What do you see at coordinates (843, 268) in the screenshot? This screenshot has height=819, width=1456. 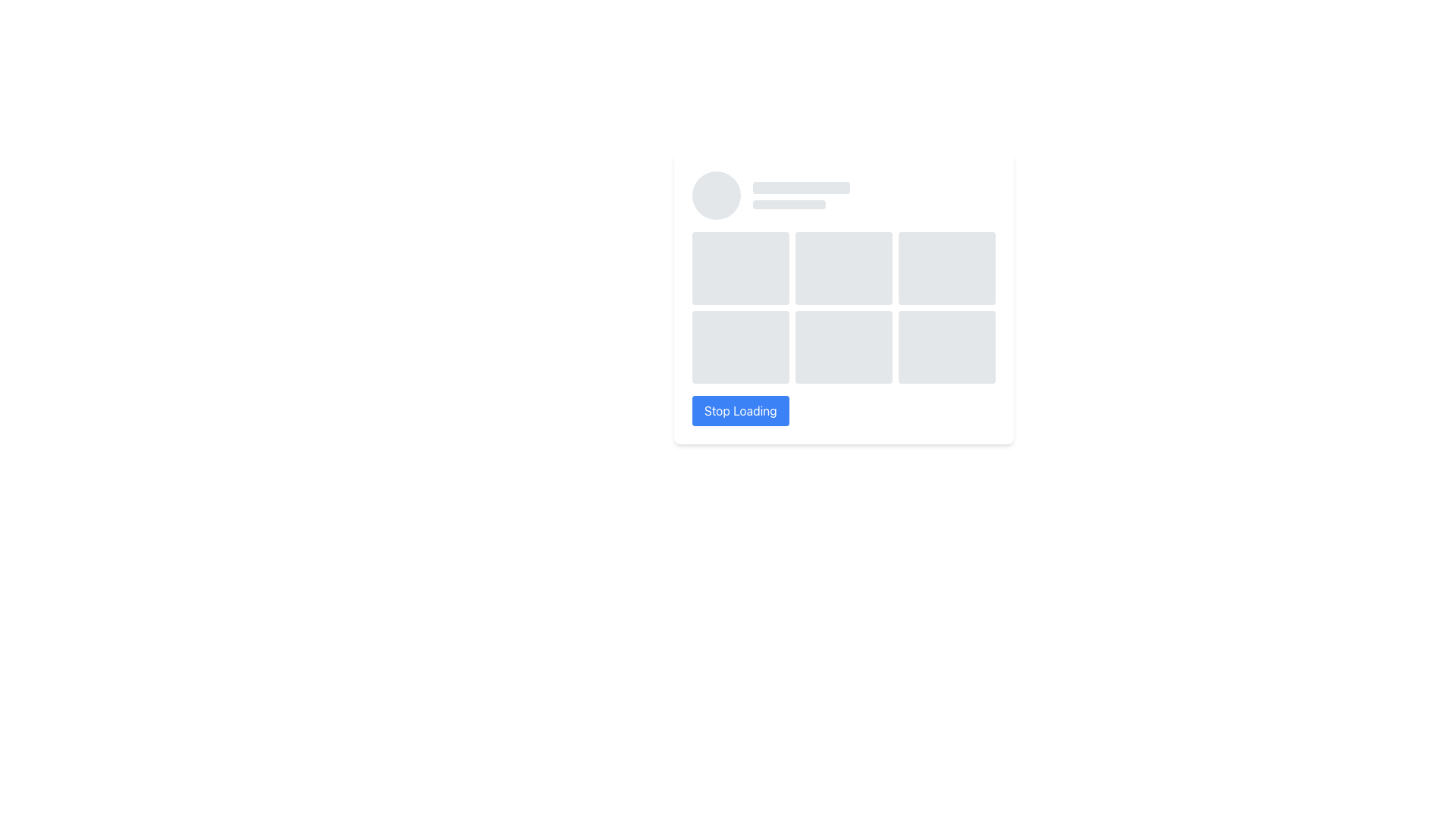 I see `the second placeholder in the first row, which is a rectangular element with a gray fill and rounded corners` at bounding box center [843, 268].